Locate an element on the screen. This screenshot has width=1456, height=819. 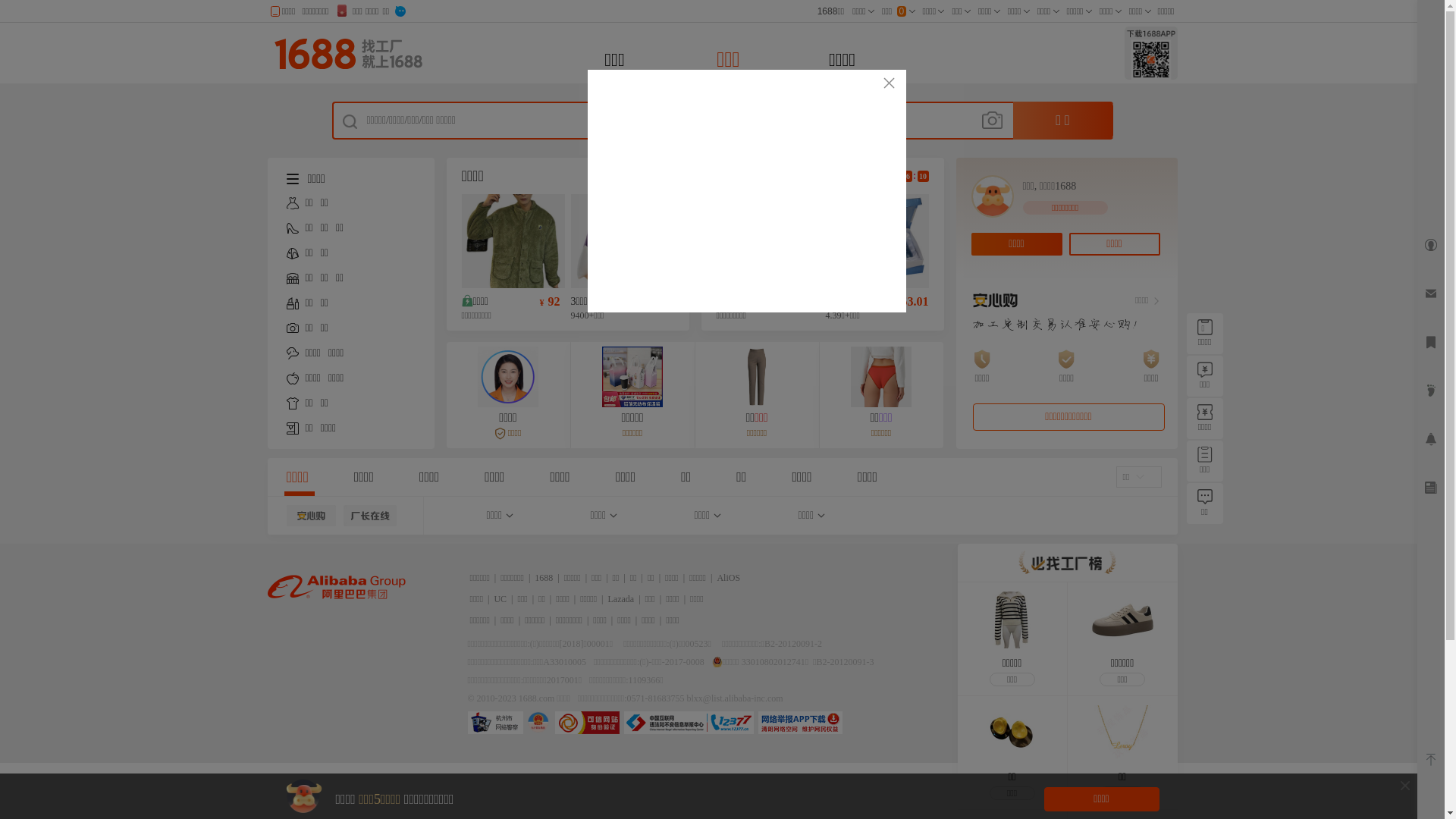
'UC' is located at coordinates (500, 598).